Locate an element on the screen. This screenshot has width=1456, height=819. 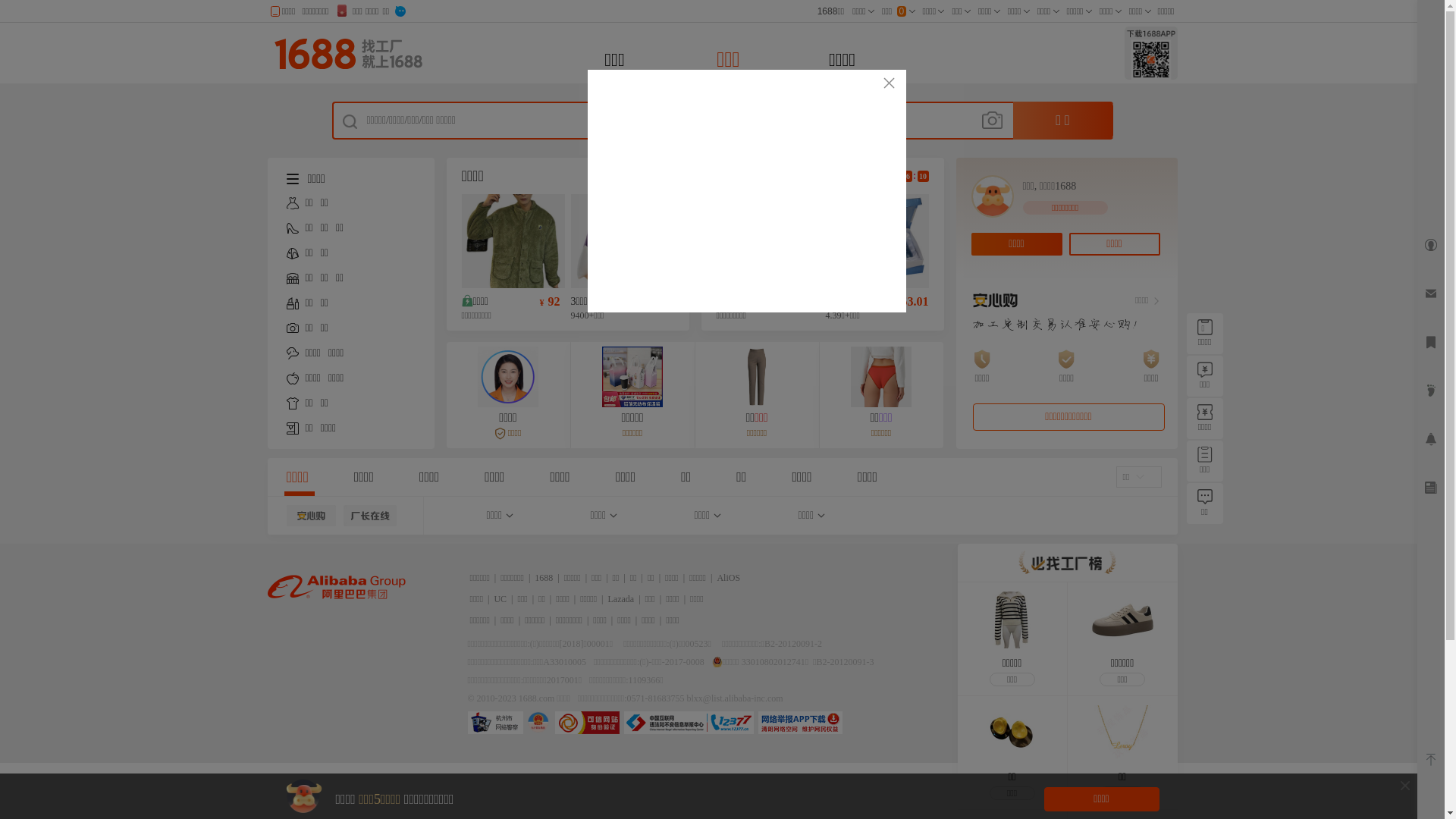
'UC' is located at coordinates (500, 598).